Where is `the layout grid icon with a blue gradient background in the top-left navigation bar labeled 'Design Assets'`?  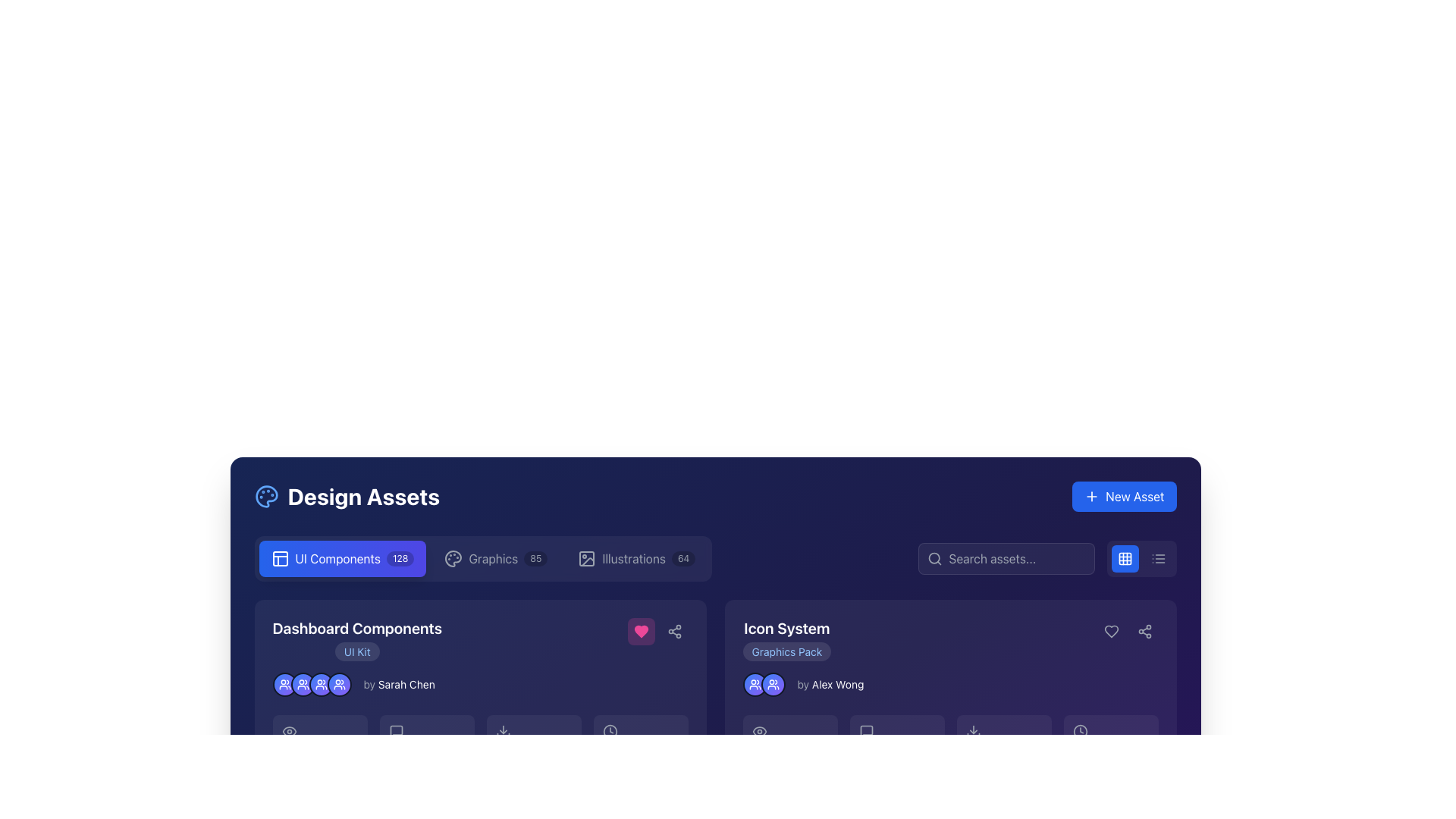
the layout grid icon with a blue gradient background in the top-left navigation bar labeled 'Design Assets' is located at coordinates (280, 558).